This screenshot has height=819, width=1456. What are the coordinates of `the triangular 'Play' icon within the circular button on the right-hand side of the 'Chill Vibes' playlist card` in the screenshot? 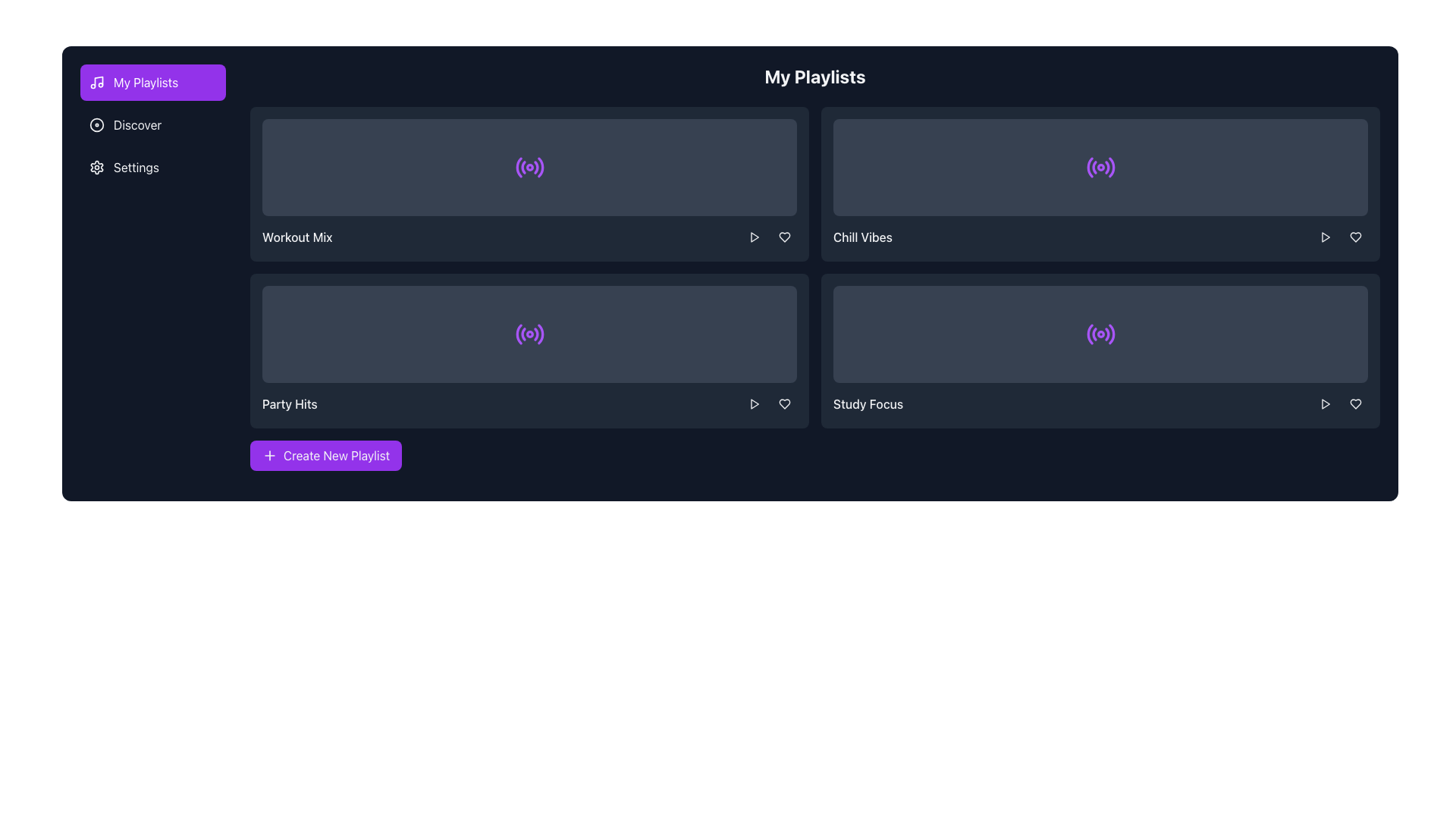 It's located at (1324, 237).